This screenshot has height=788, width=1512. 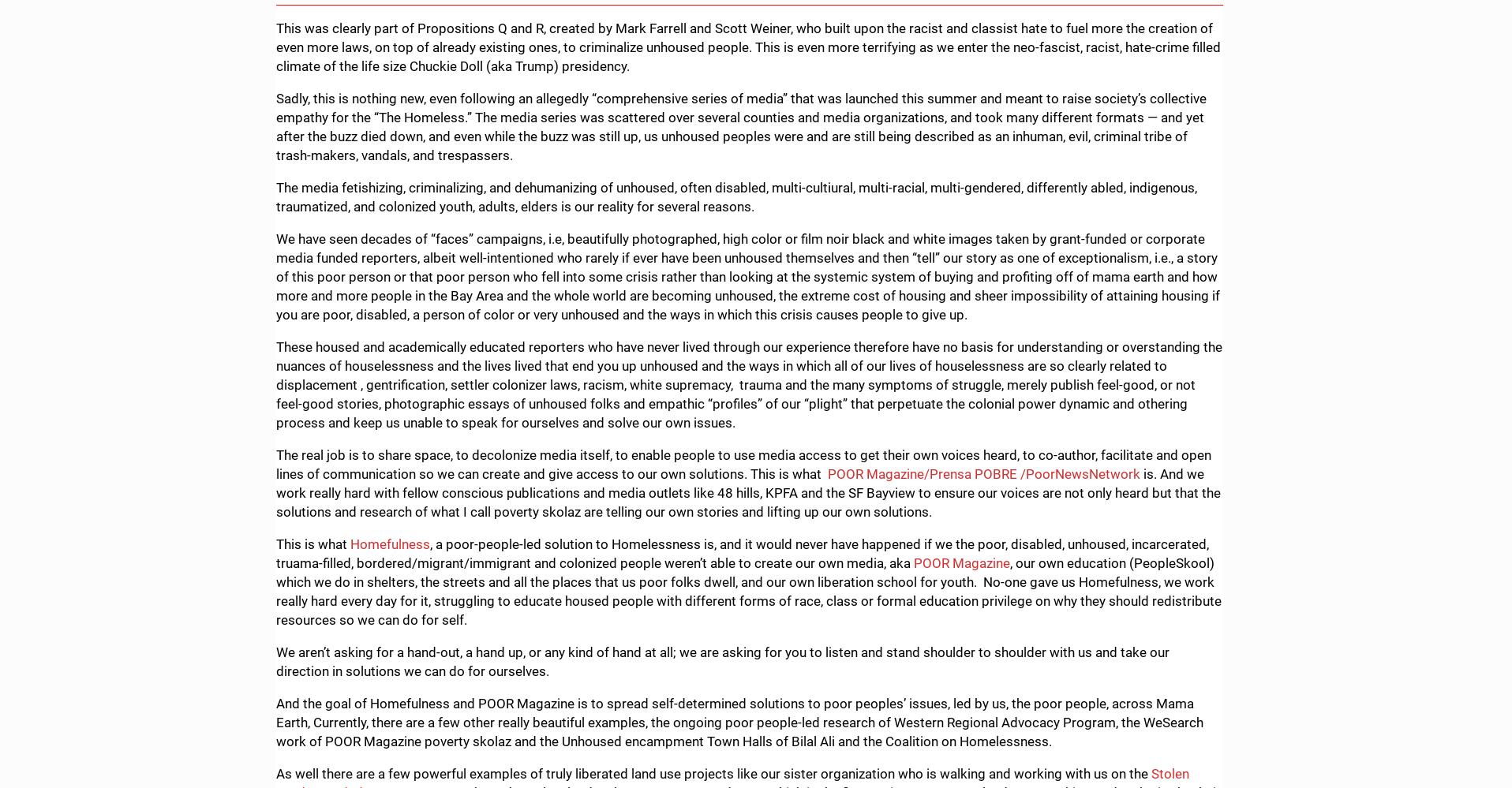 I want to click on 'This was clearly part of Propositions Q and R, created by Mark Farrell and Scott Weiner, who built upon the racist and classist hate to fuel more the creation of even more laws, on top of already existing ones, to criminalize unhoused people. This is even more terrifying as we enter the neo-fascist, racist, hate-crime filled climate of the life size Chuckie Doll (aka Trump) presidency.', so click(x=275, y=46).